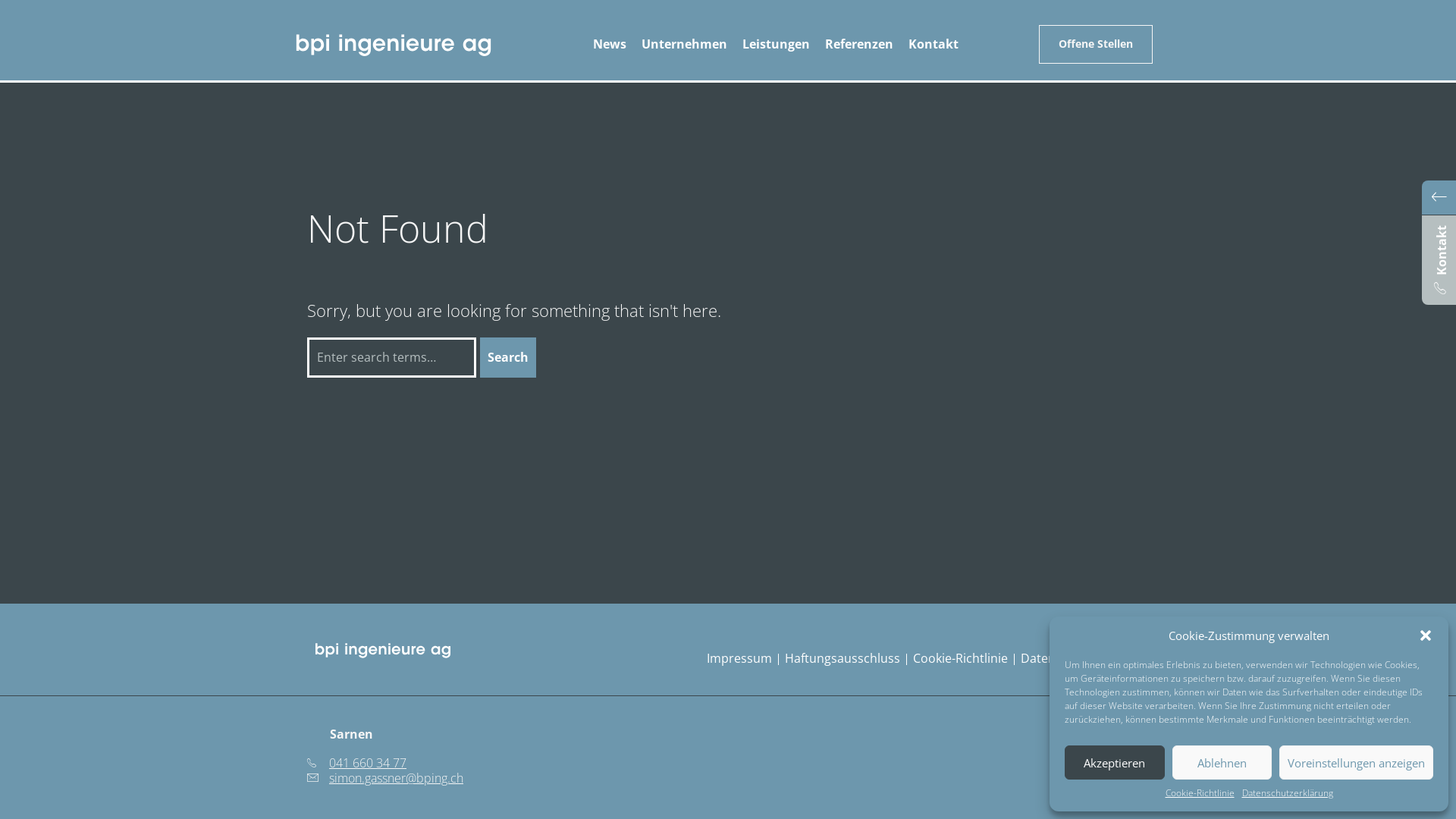 The width and height of the screenshot is (1456, 819). I want to click on 'Leistungen', so click(742, 43).